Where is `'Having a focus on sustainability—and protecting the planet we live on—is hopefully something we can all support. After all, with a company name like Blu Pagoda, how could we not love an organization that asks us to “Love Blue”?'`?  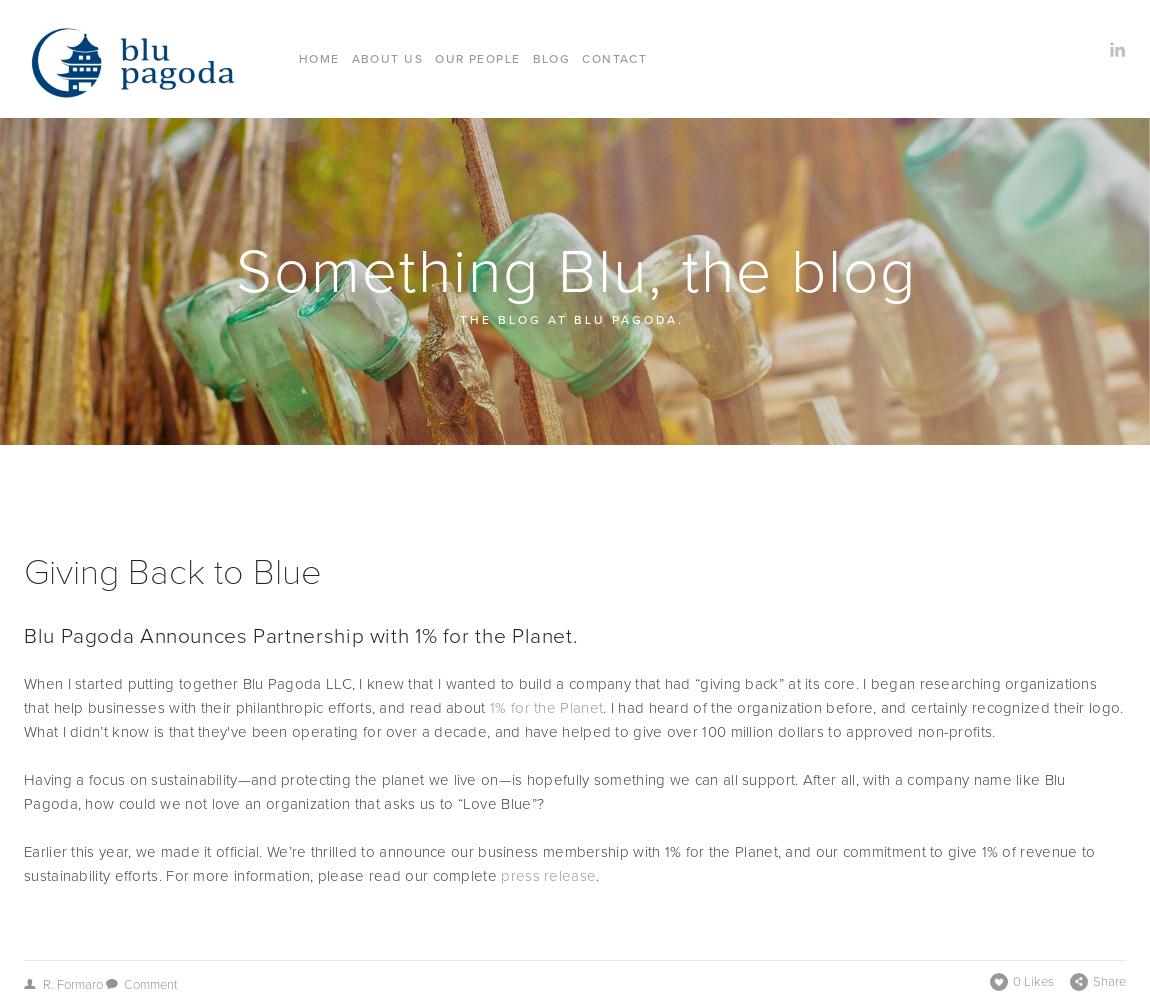
'Having a focus on sustainability—and protecting the planet we live on—is hopefully something we can all support. After all, with a company name like Blu Pagoda, how could we not love an organization that asks us to “Love Blue”?' is located at coordinates (546, 791).